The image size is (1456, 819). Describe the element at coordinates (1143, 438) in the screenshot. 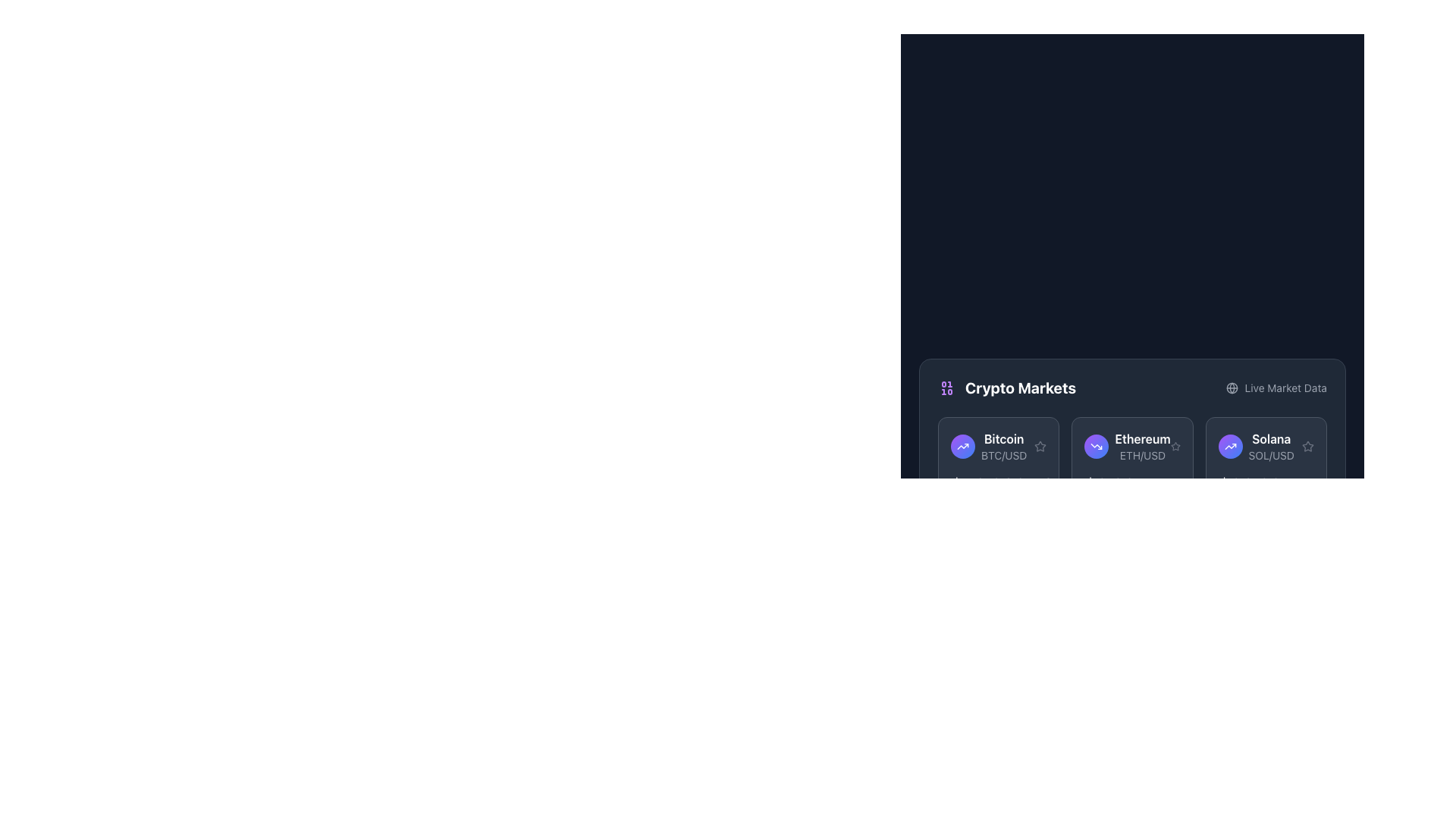

I see `the text label displaying 'Ethereum' which is styled with a white font color on a dark background, located on the top of a prominent rectangular card in the 'Crypto Markets' section` at that location.